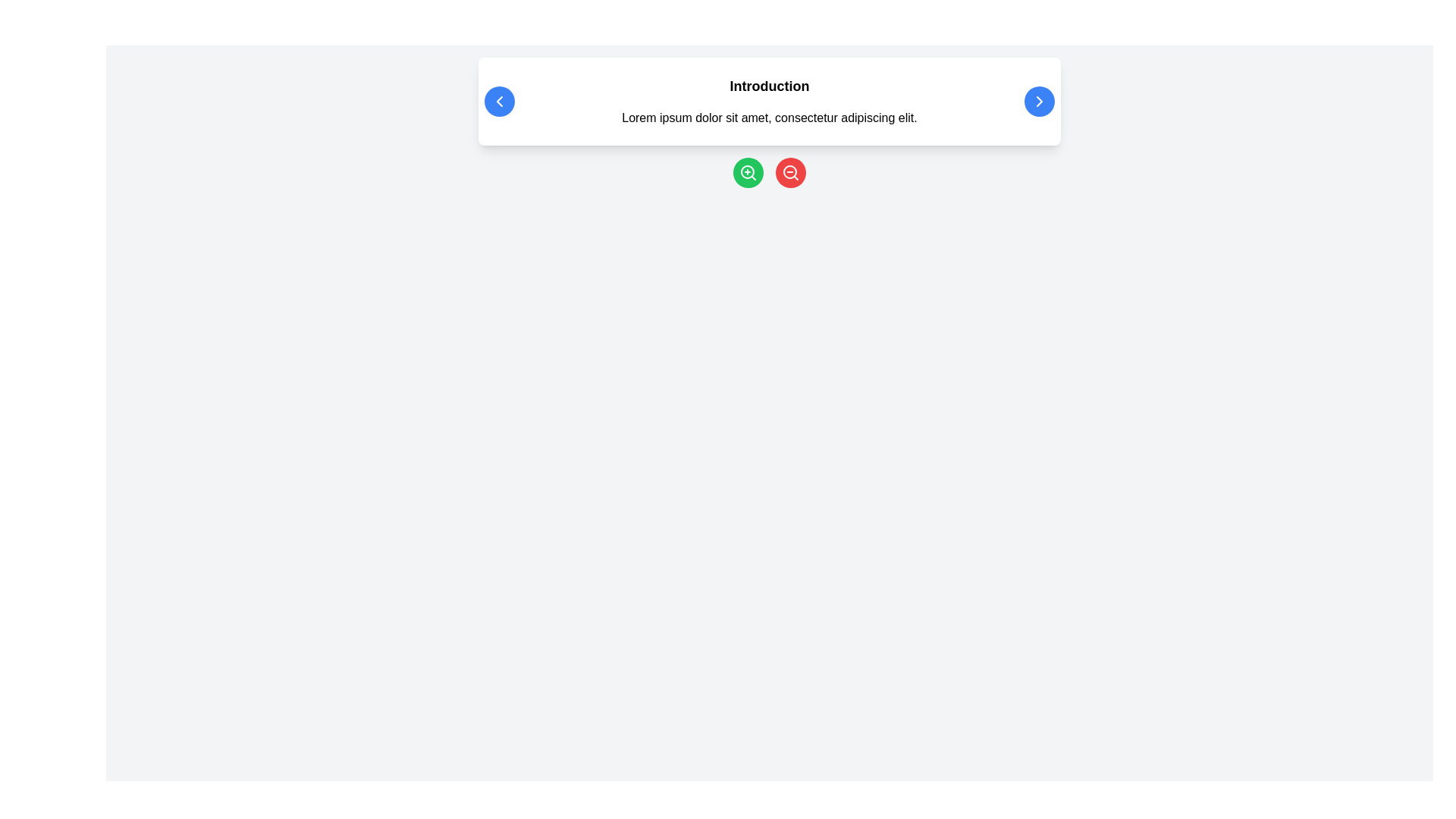 The width and height of the screenshot is (1456, 819). Describe the element at coordinates (499, 102) in the screenshot. I see `the left-pointing chevron icon within the circular blue button` at that location.